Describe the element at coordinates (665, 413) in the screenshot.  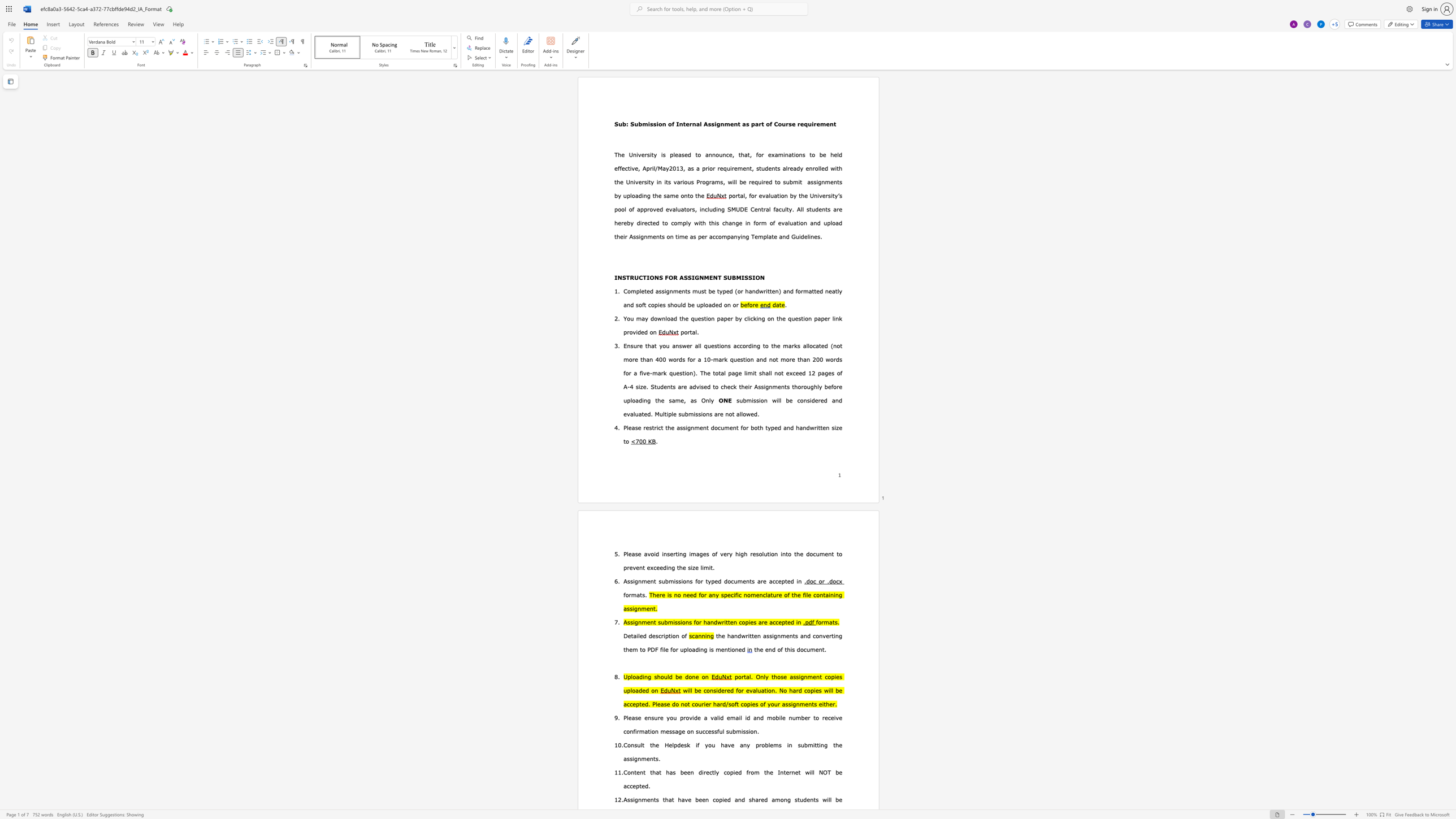
I see `the 1th character "t" in the text` at that location.